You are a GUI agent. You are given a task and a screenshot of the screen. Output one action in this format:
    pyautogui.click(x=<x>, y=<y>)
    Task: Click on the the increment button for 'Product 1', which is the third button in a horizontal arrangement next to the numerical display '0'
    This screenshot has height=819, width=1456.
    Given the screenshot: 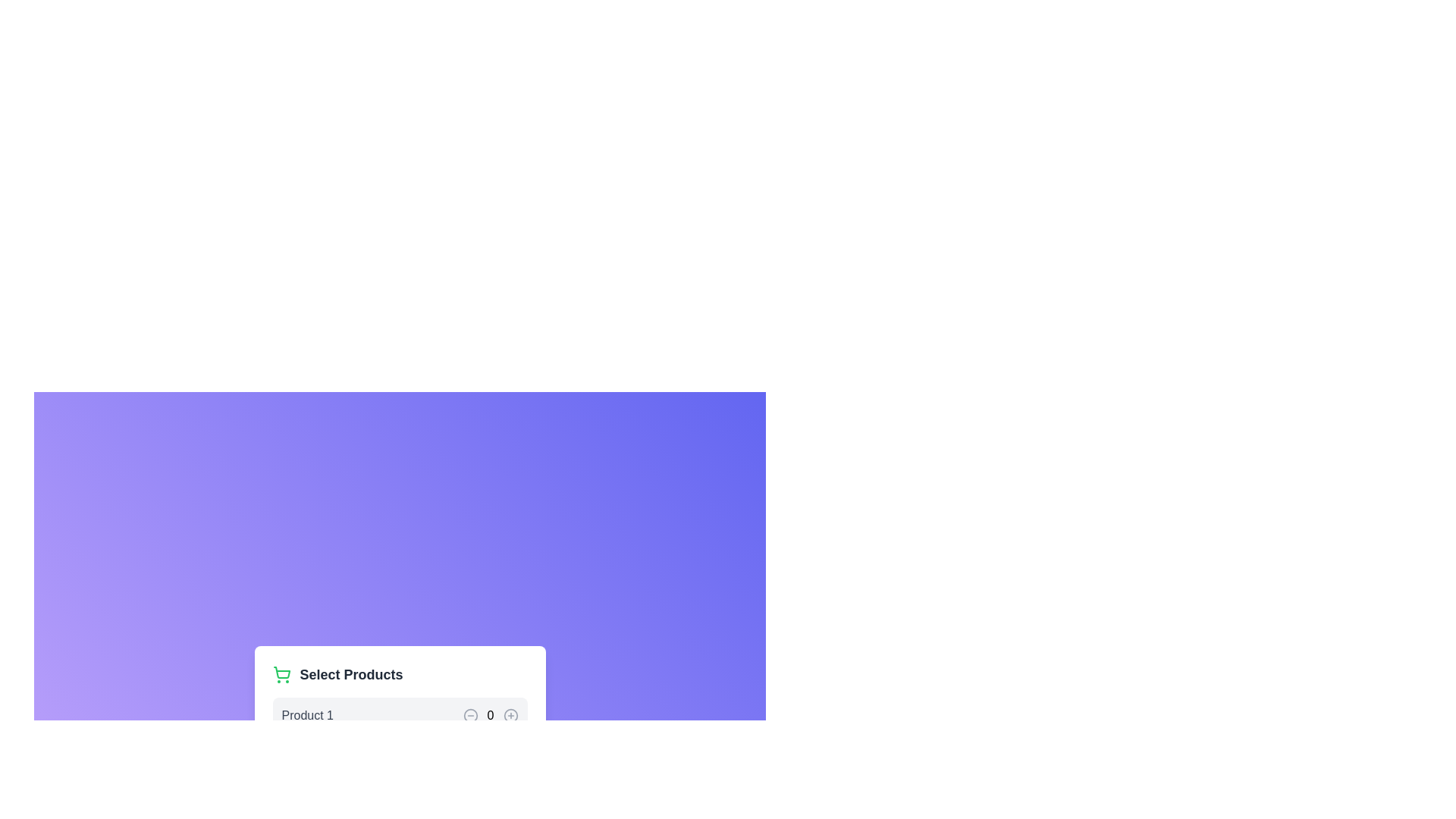 What is the action you would take?
    pyautogui.click(x=510, y=758)
    